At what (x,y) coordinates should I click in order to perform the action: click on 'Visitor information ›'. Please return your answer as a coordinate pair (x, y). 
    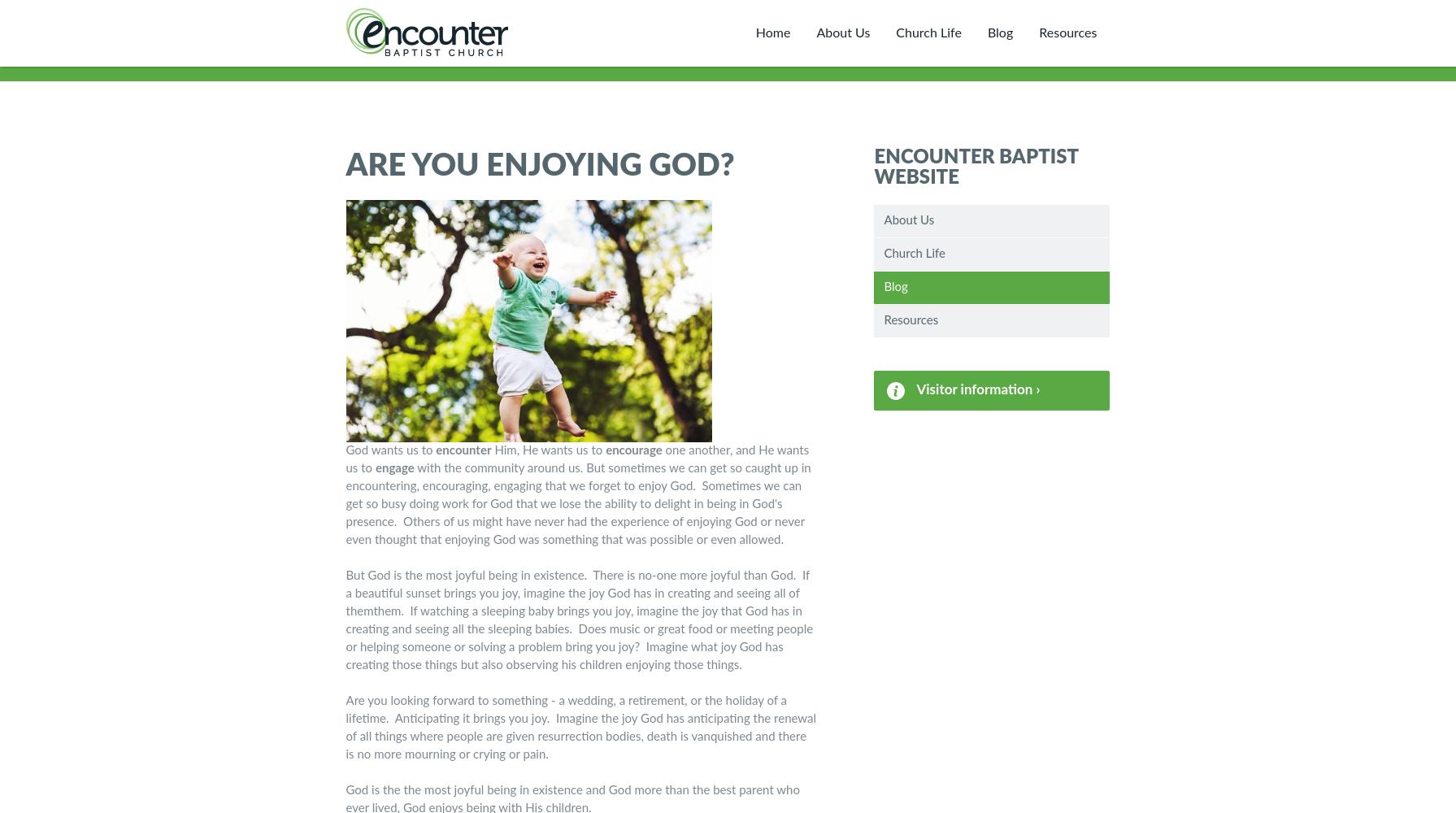
    Looking at the image, I should click on (977, 389).